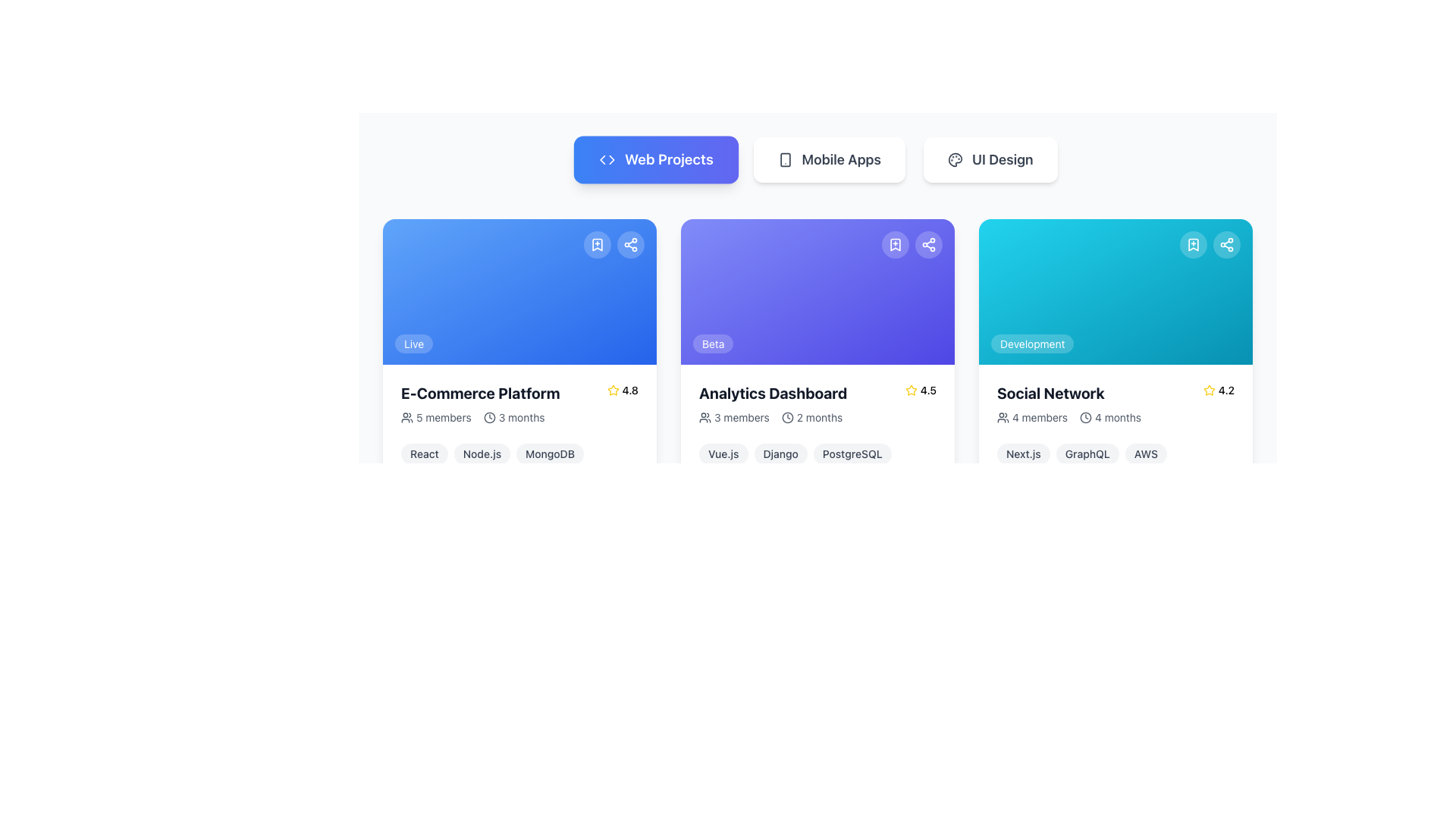  Describe the element at coordinates (817, 453) in the screenshot. I see `the interactive tags within the 'Analytics Dashboard' component tag group, located under the '3 members | 2 months' line and above the 'View Project' button` at that location.